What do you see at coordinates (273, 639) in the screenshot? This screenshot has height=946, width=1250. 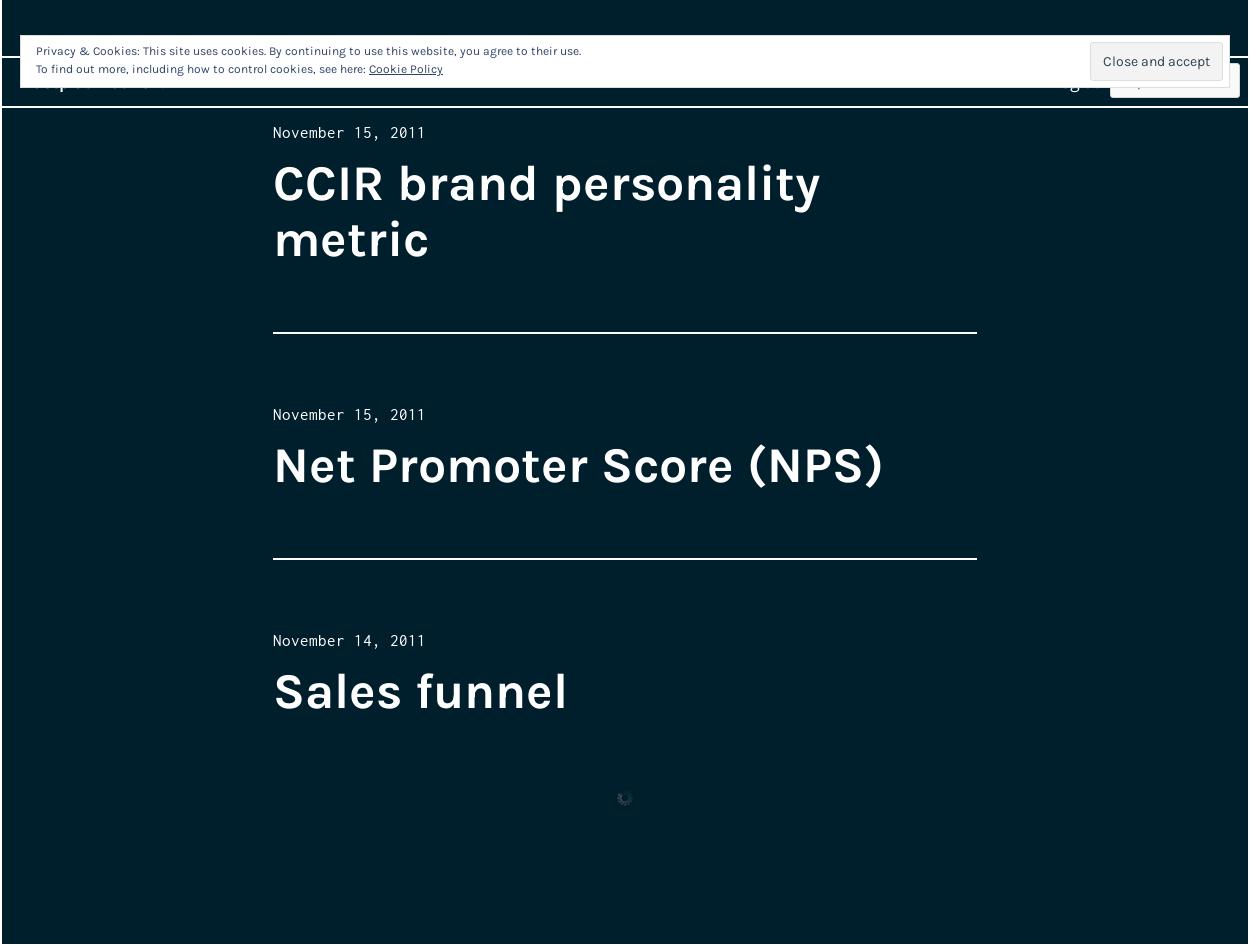 I see `'November 14, 2011'` at bounding box center [273, 639].